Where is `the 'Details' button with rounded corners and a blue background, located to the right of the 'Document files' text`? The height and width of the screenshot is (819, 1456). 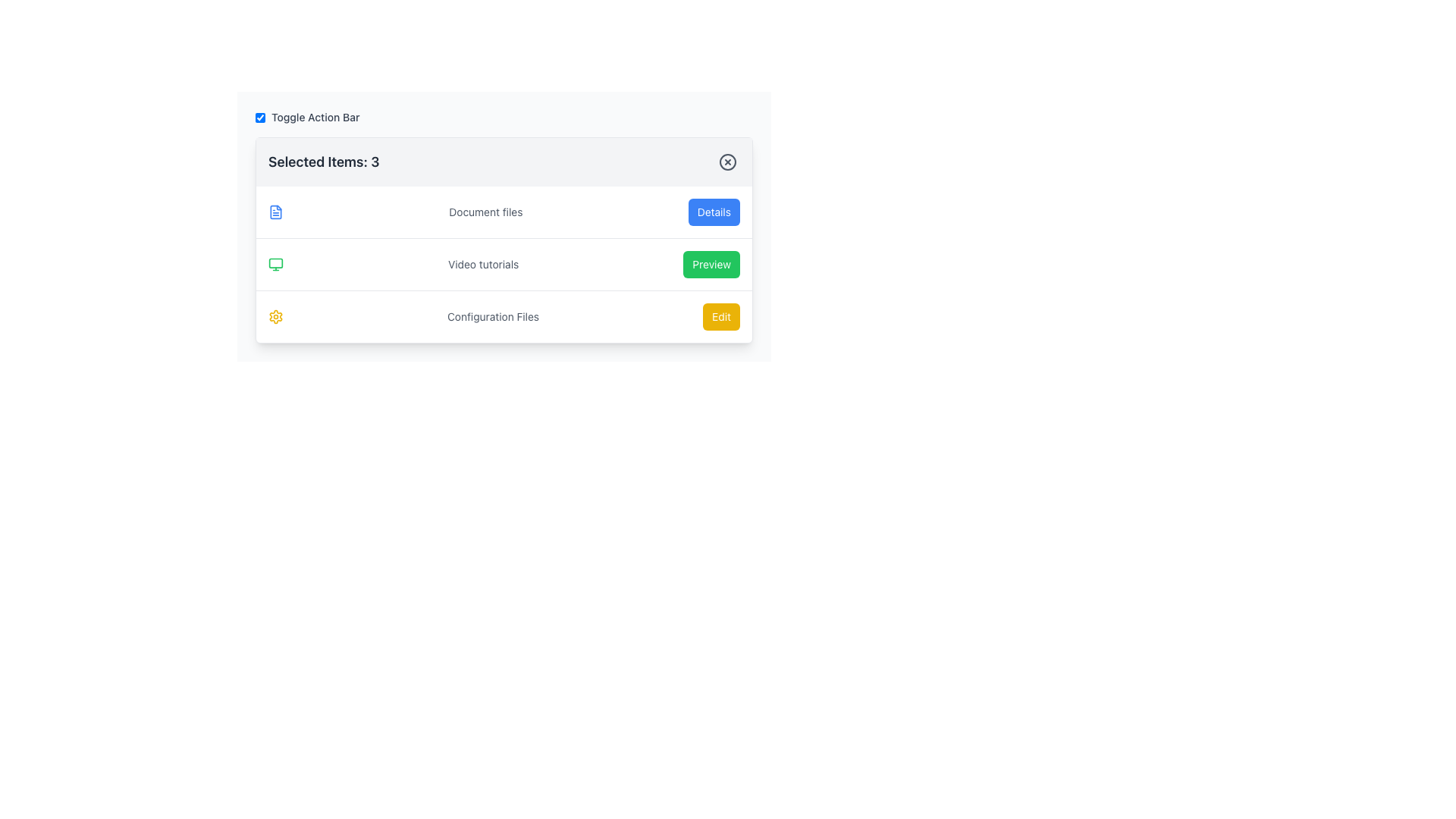 the 'Details' button with rounded corners and a blue background, located to the right of the 'Document files' text is located at coordinates (713, 212).